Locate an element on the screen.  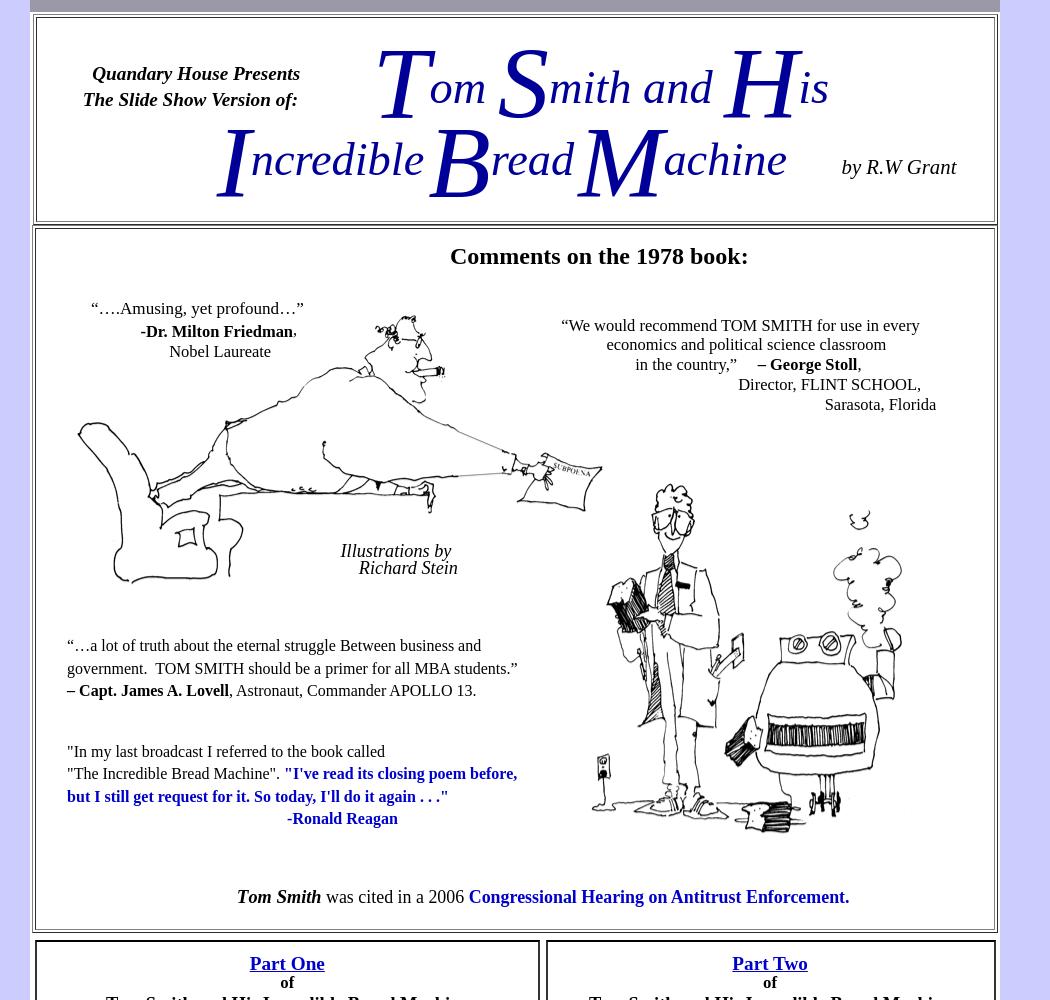
'M' is located at coordinates (577, 161).